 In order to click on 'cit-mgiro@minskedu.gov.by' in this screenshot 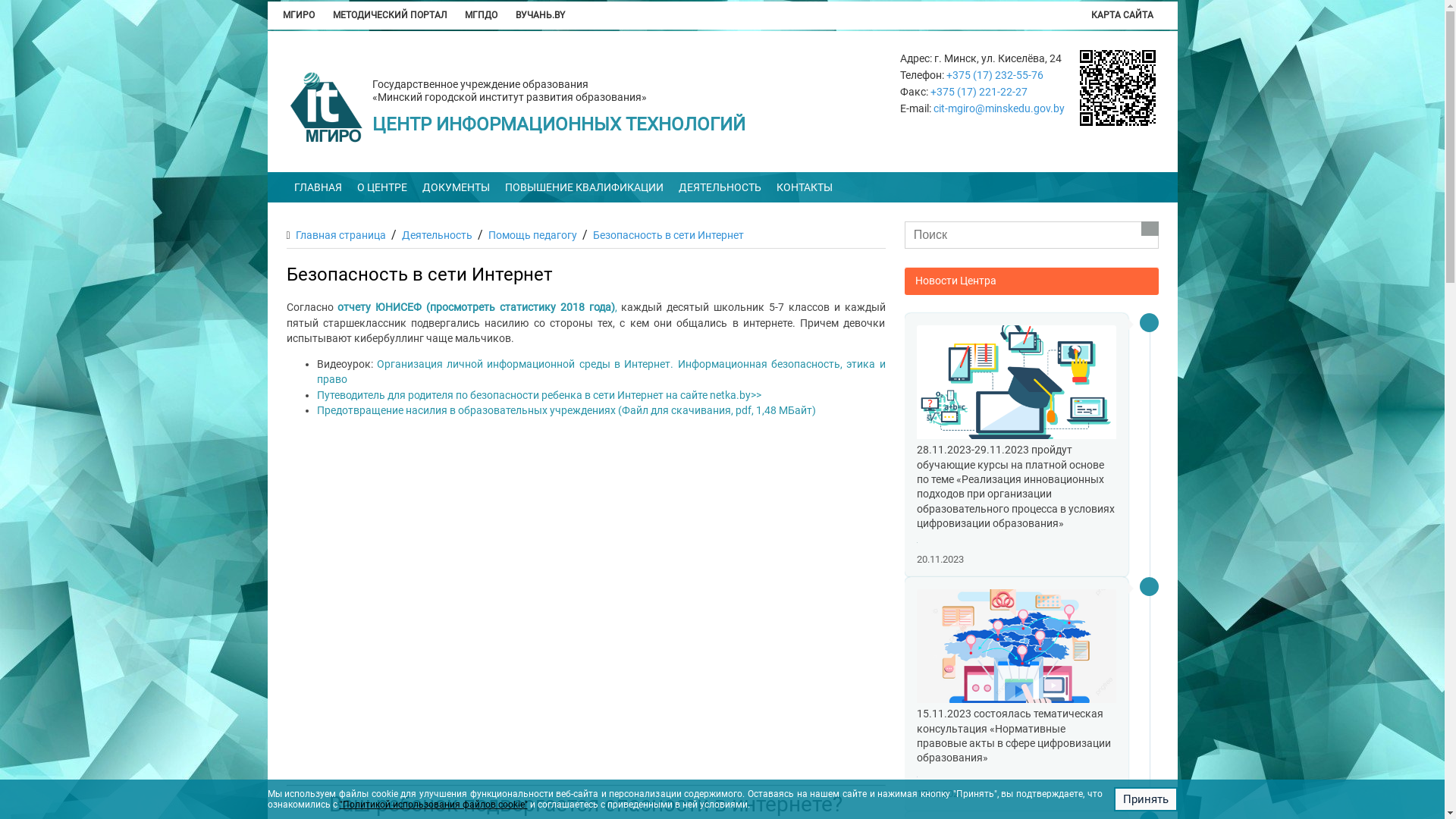, I will do `click(999, 107)`.